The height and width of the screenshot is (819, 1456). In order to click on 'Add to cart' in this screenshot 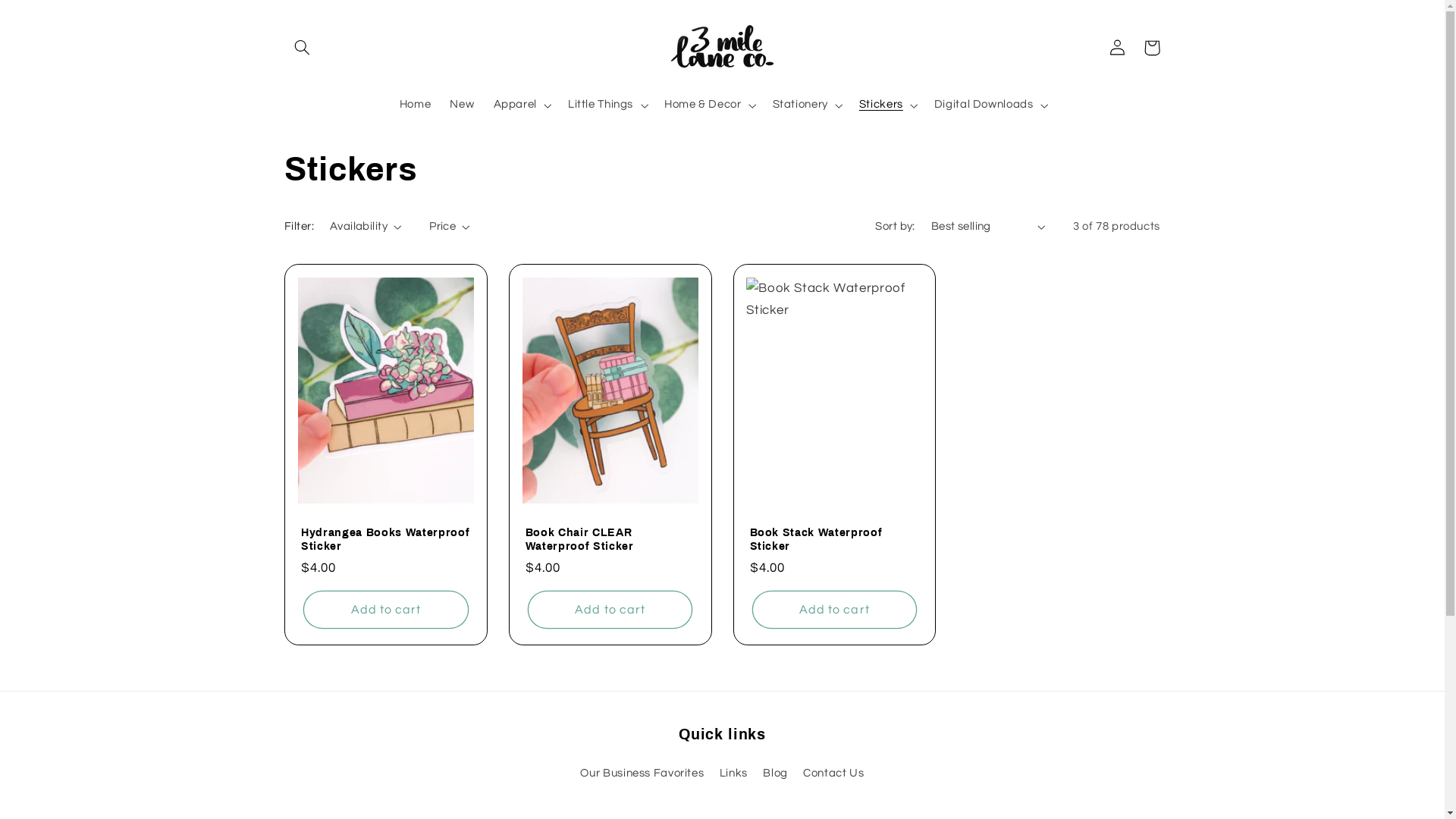, I will do `click(610, 608)`.